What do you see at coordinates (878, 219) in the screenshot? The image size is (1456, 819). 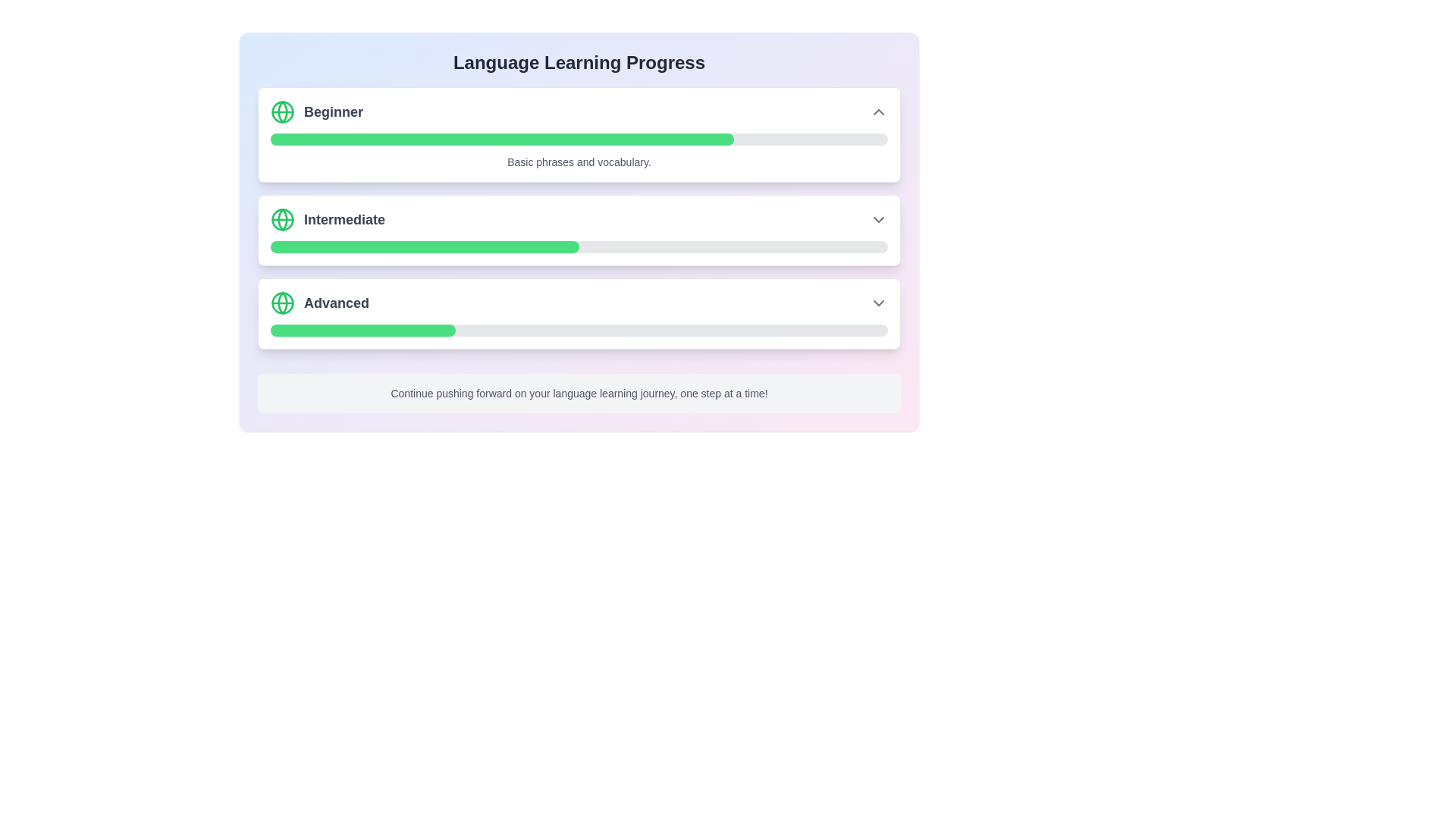 I see `the downward-pointing gray arrow icon located on the rightmost side of the 'Intermediate' section in the 'Language Learning Progress' interface` at bounding box center [878, 219].